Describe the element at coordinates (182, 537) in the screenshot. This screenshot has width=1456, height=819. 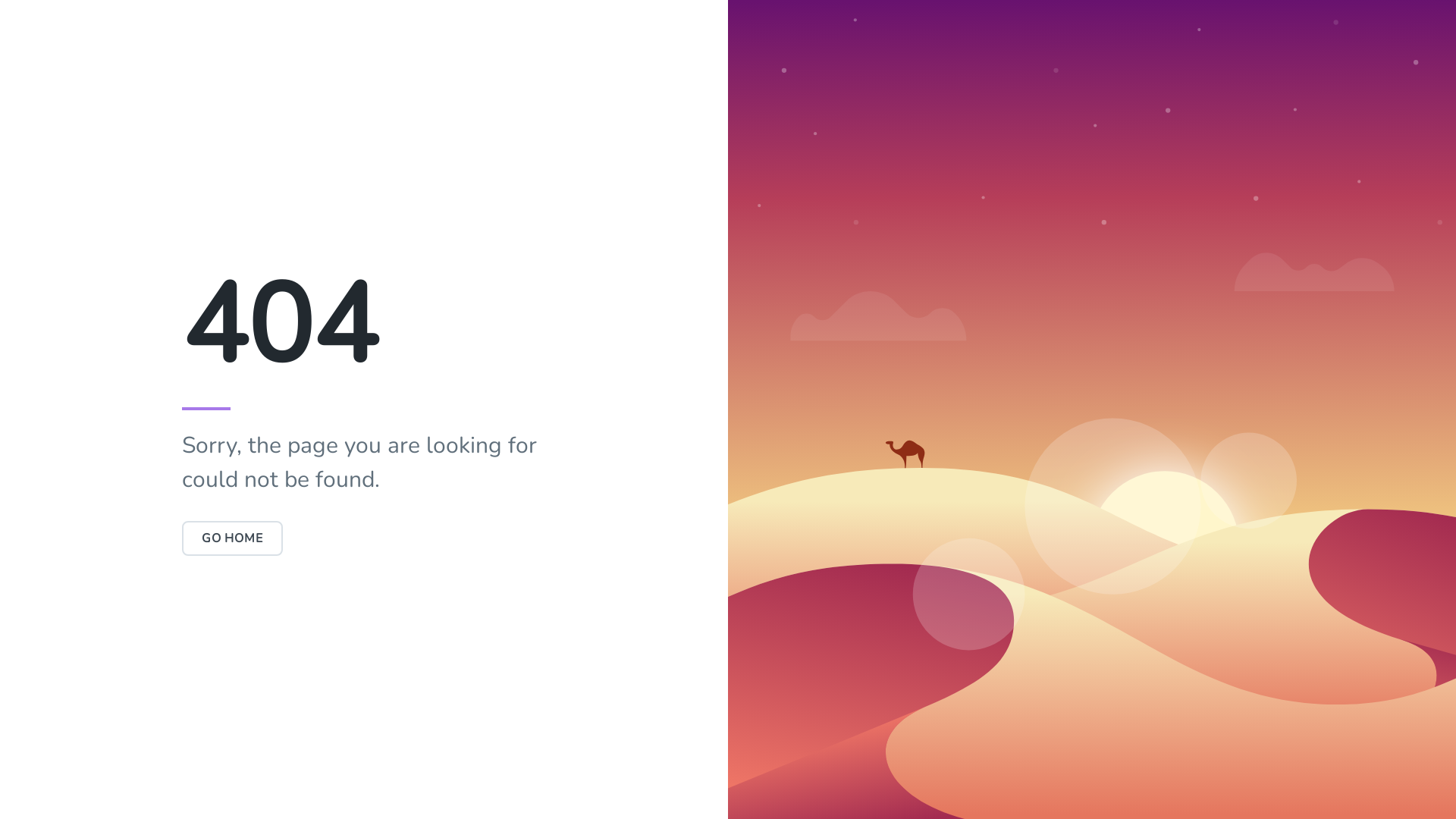
I see `'GO HOME'` at that location.